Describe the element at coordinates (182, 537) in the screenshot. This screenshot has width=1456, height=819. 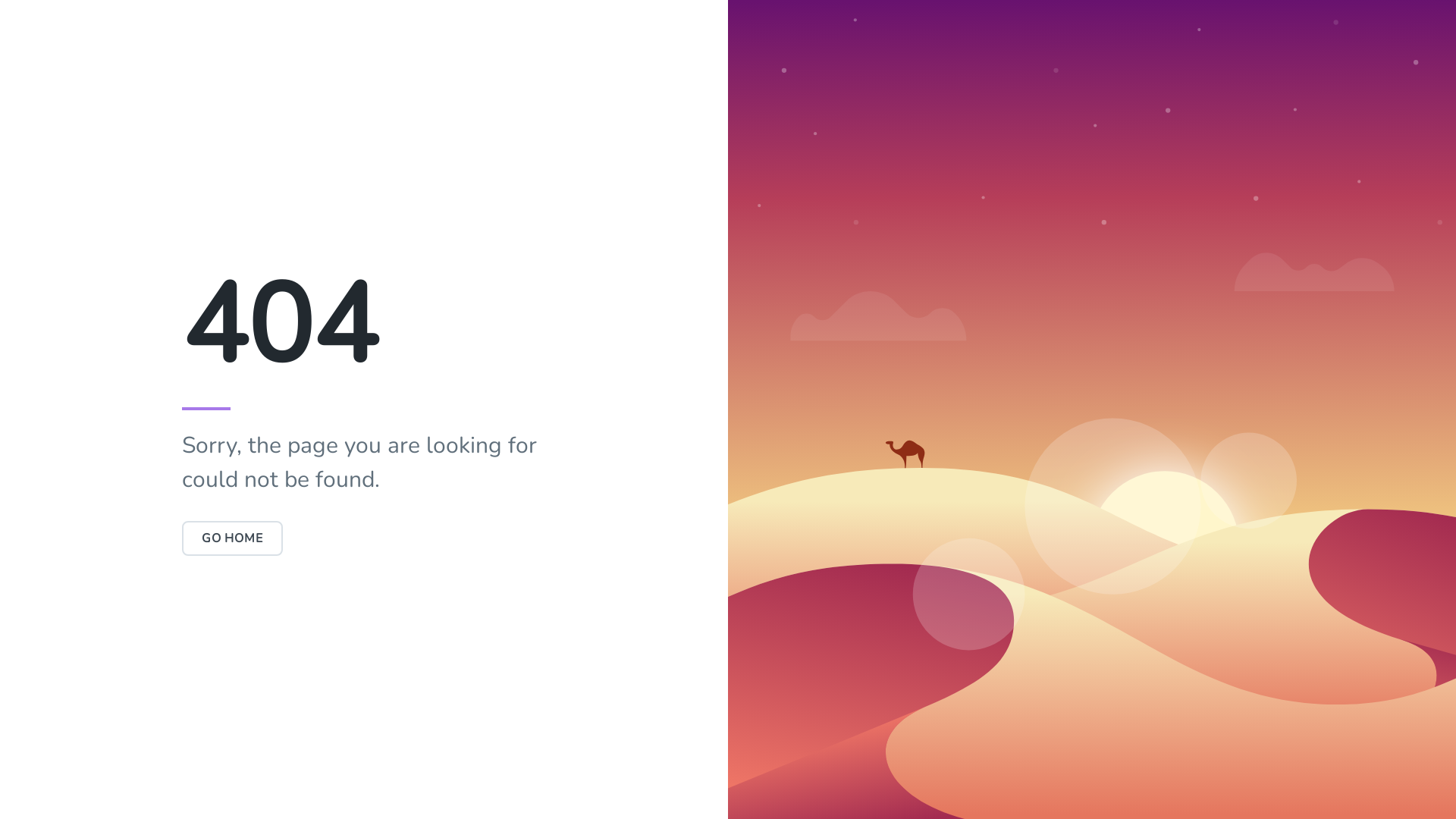
I see `'GO HOME'` at that location.